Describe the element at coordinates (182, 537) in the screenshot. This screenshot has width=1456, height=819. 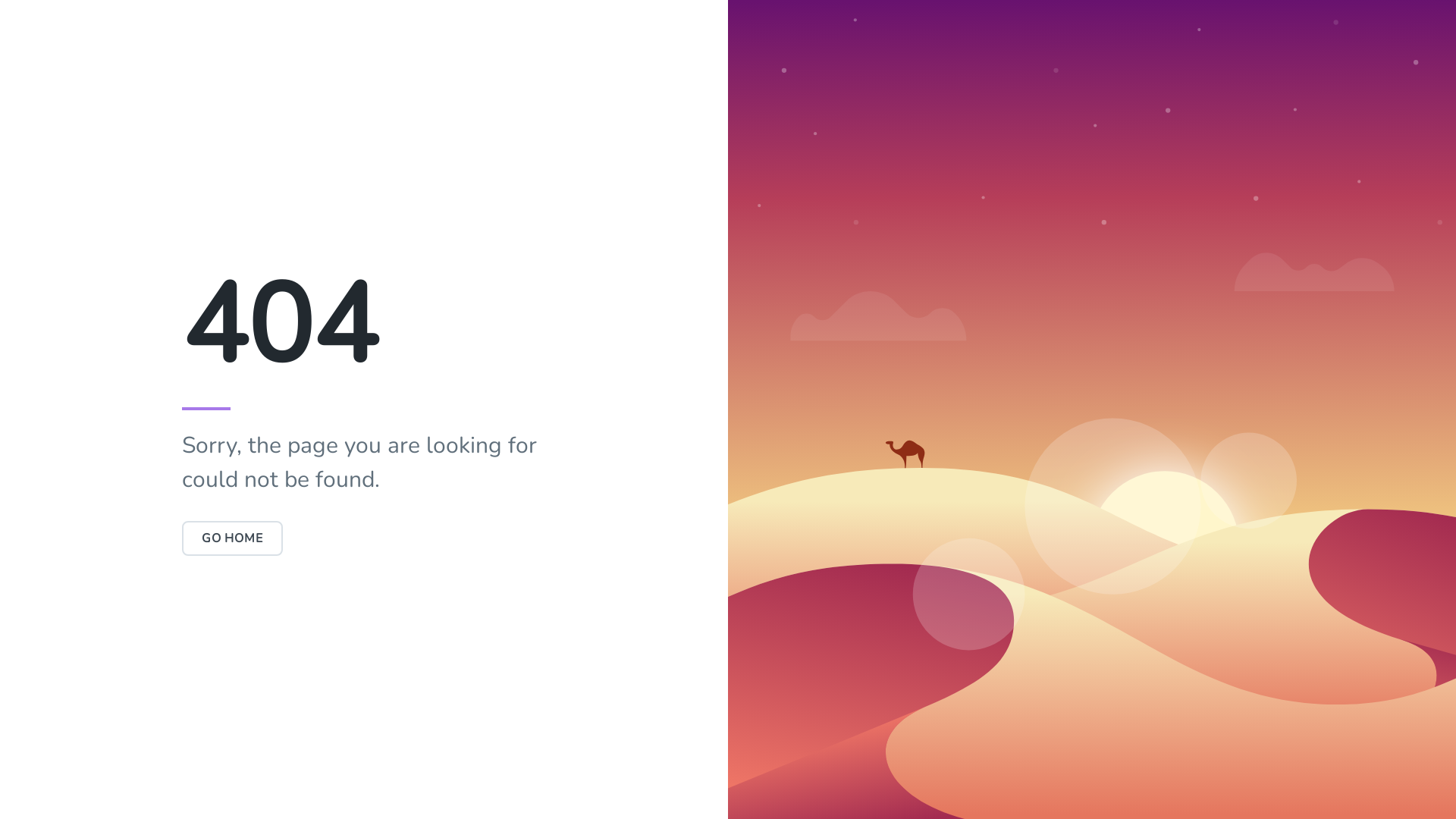
I see `'GO HOME'` at that location.